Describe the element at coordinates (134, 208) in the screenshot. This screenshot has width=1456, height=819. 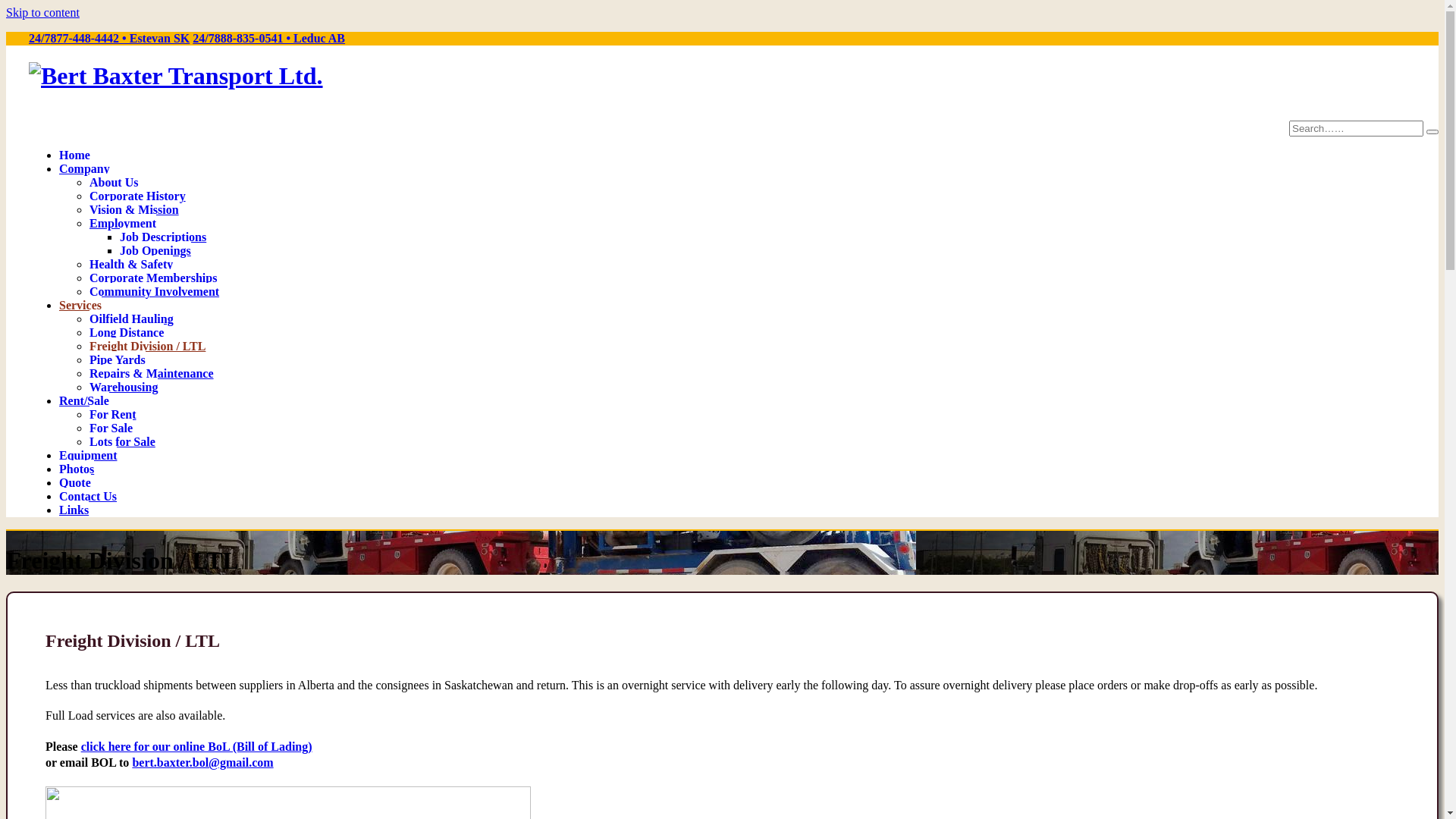
I see `'Vision & Mission'` at that location.